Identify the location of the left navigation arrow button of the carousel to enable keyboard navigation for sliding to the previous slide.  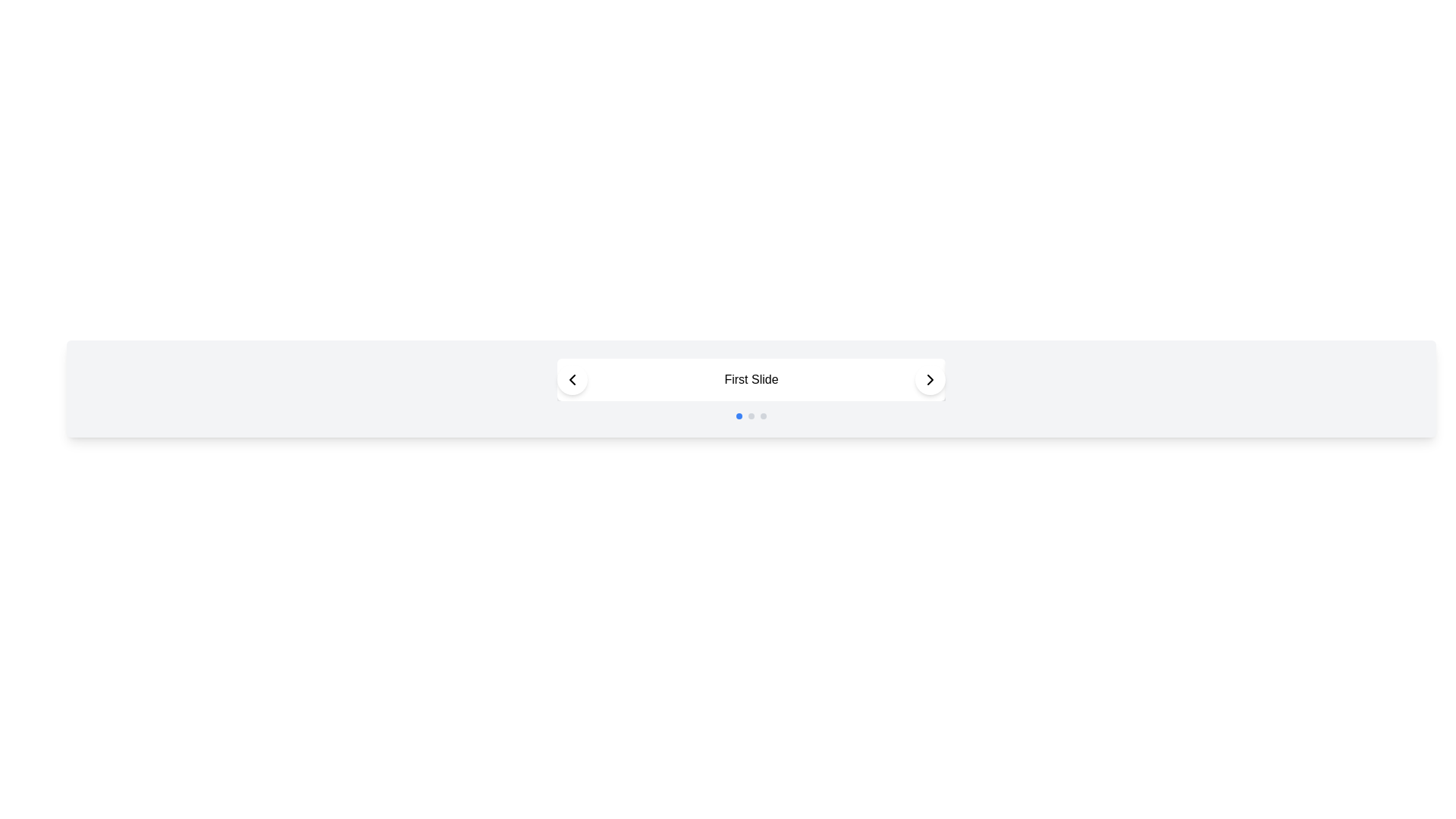
(571, 379).